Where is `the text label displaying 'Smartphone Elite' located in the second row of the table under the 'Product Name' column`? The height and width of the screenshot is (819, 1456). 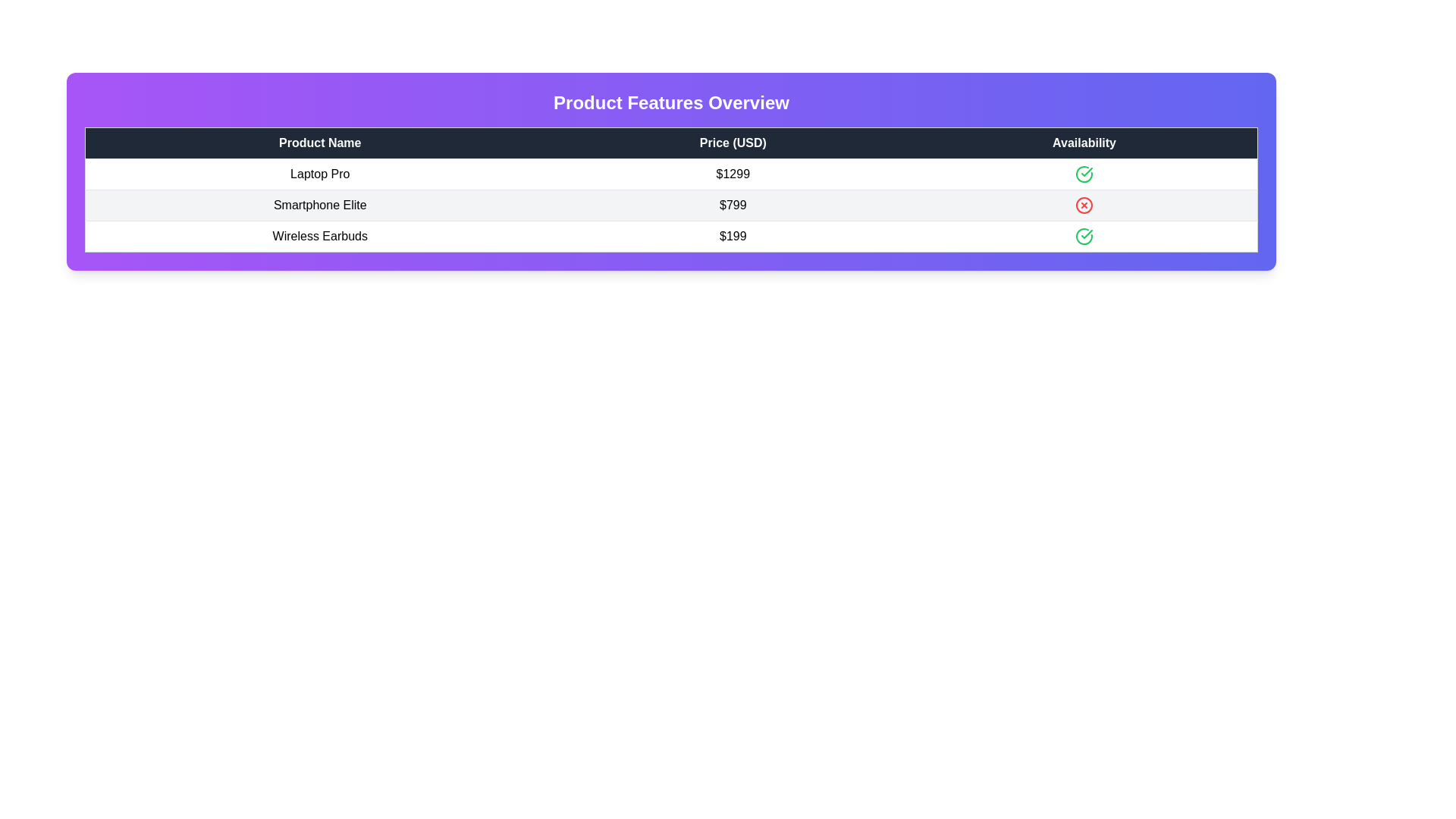
the text label displaying 'Smartphone Elite' located in the second row of the table under the 'Product Name' column is located at coordinates (319, 205).